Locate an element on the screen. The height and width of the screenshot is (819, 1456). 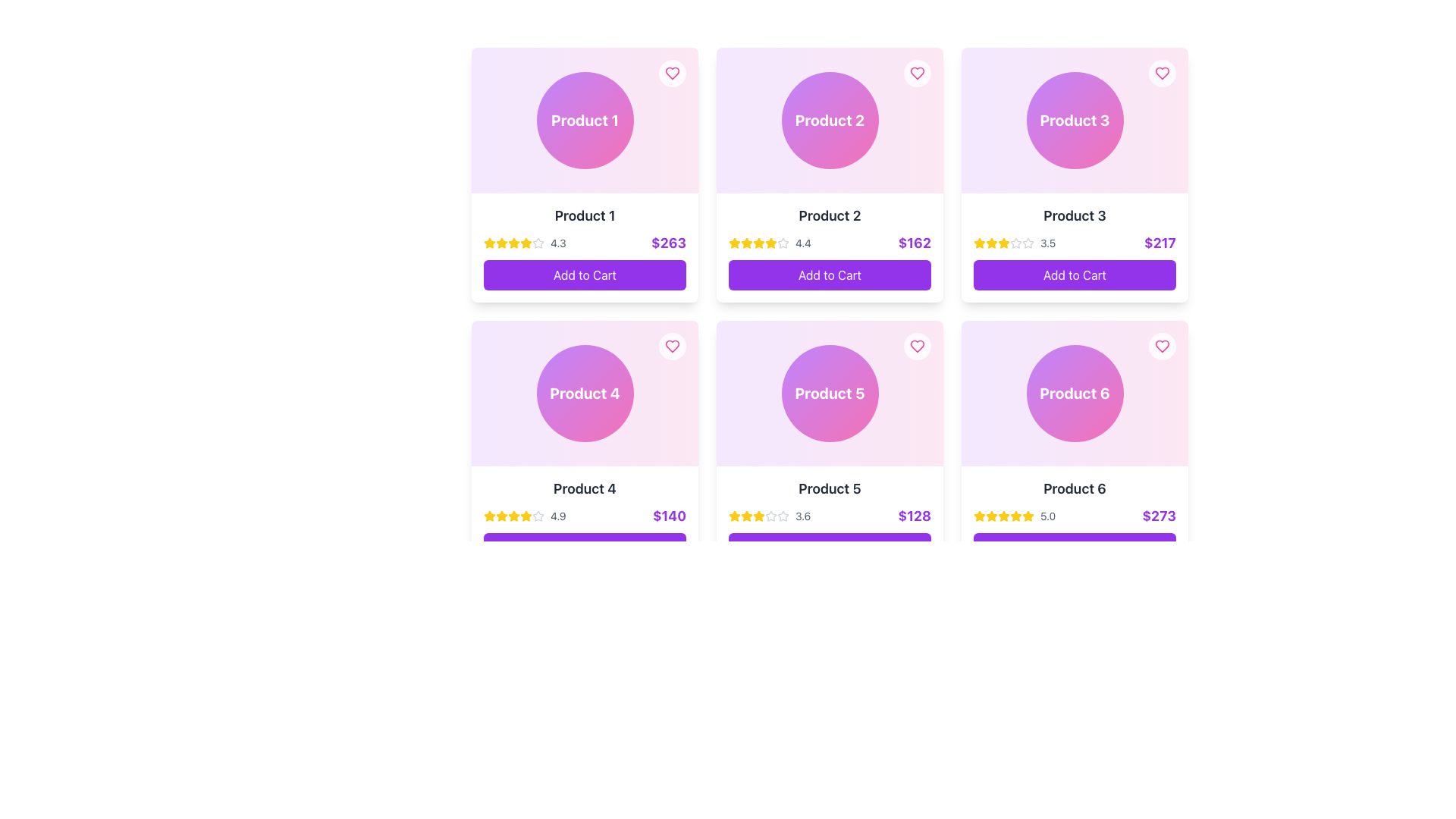
the fourth star icon used for ratings, which is a small, yellow, filled five-pointed star located in the second column of the first row under the product image is located at coordinates (513, 515).